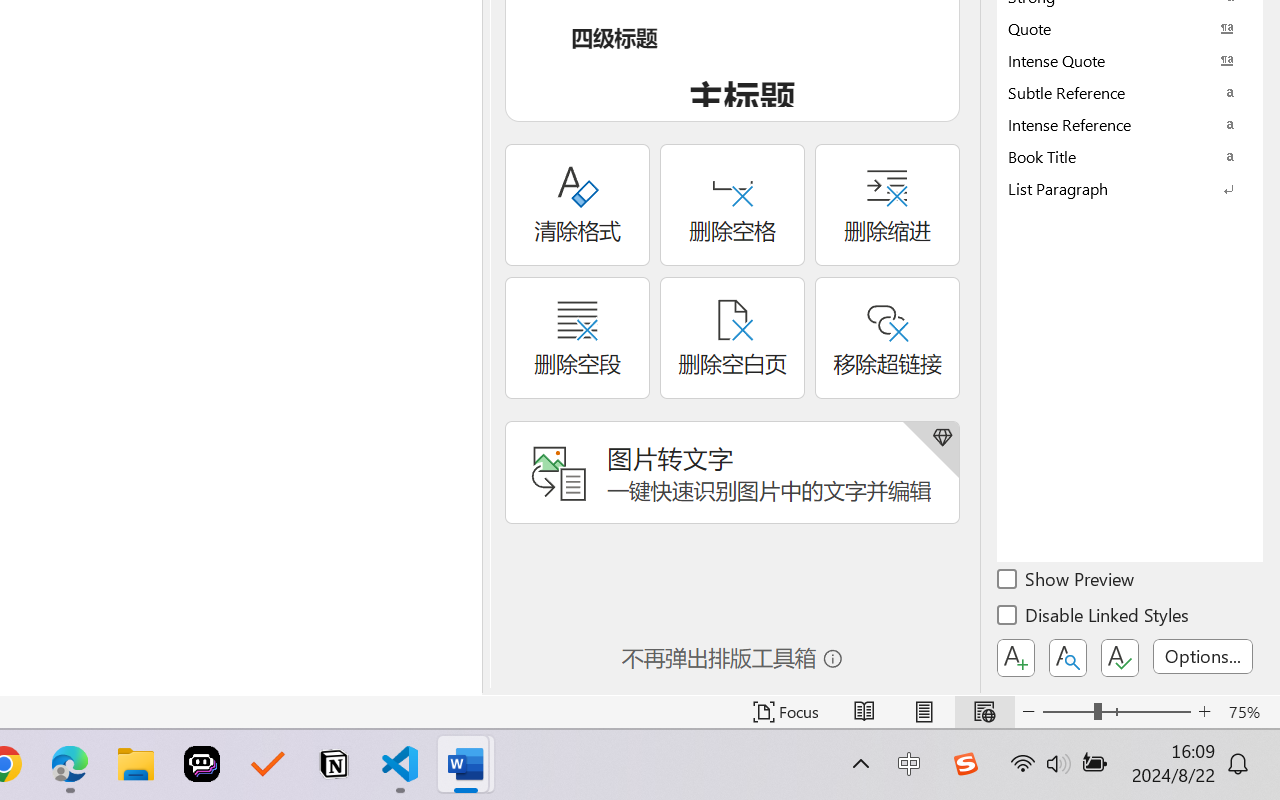 The width and height of the screenshot is (1280, 800). Describe the element at coordinates (785, 711) in the screenshot. I see `'Focus '` at that location.